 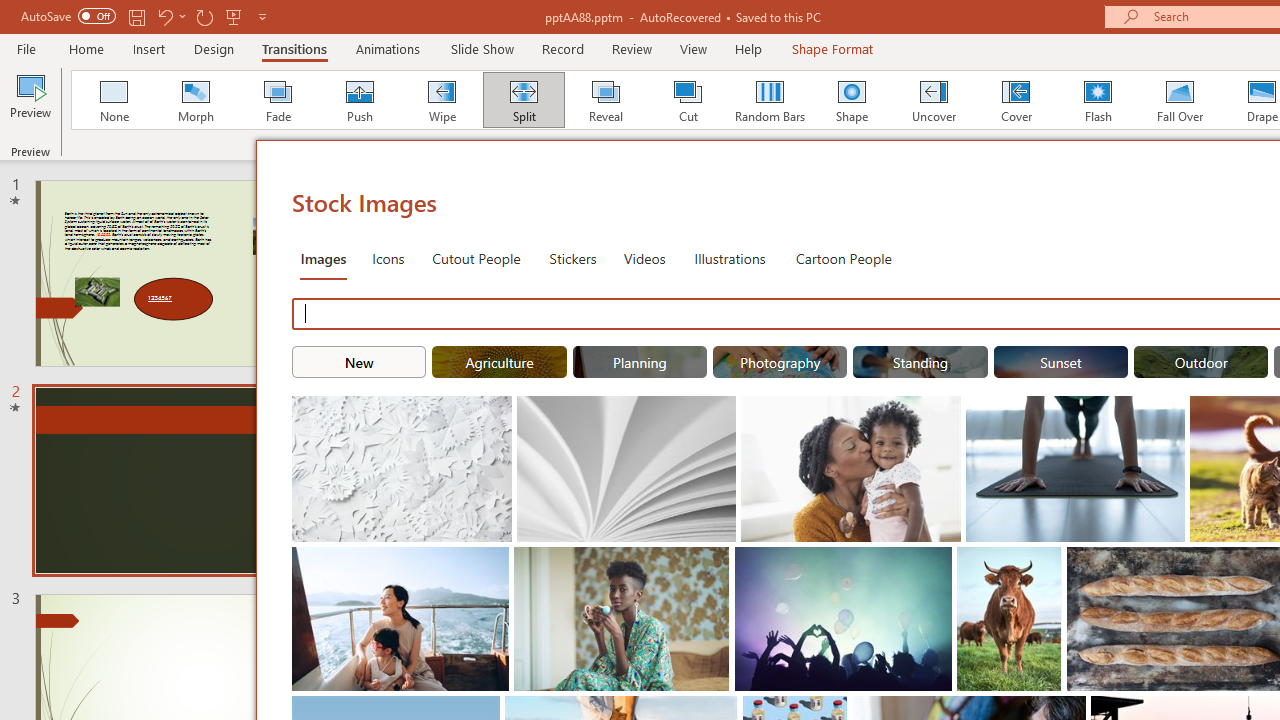 I want to click on '"New" Stock Images.', so click(x=359, y=362).